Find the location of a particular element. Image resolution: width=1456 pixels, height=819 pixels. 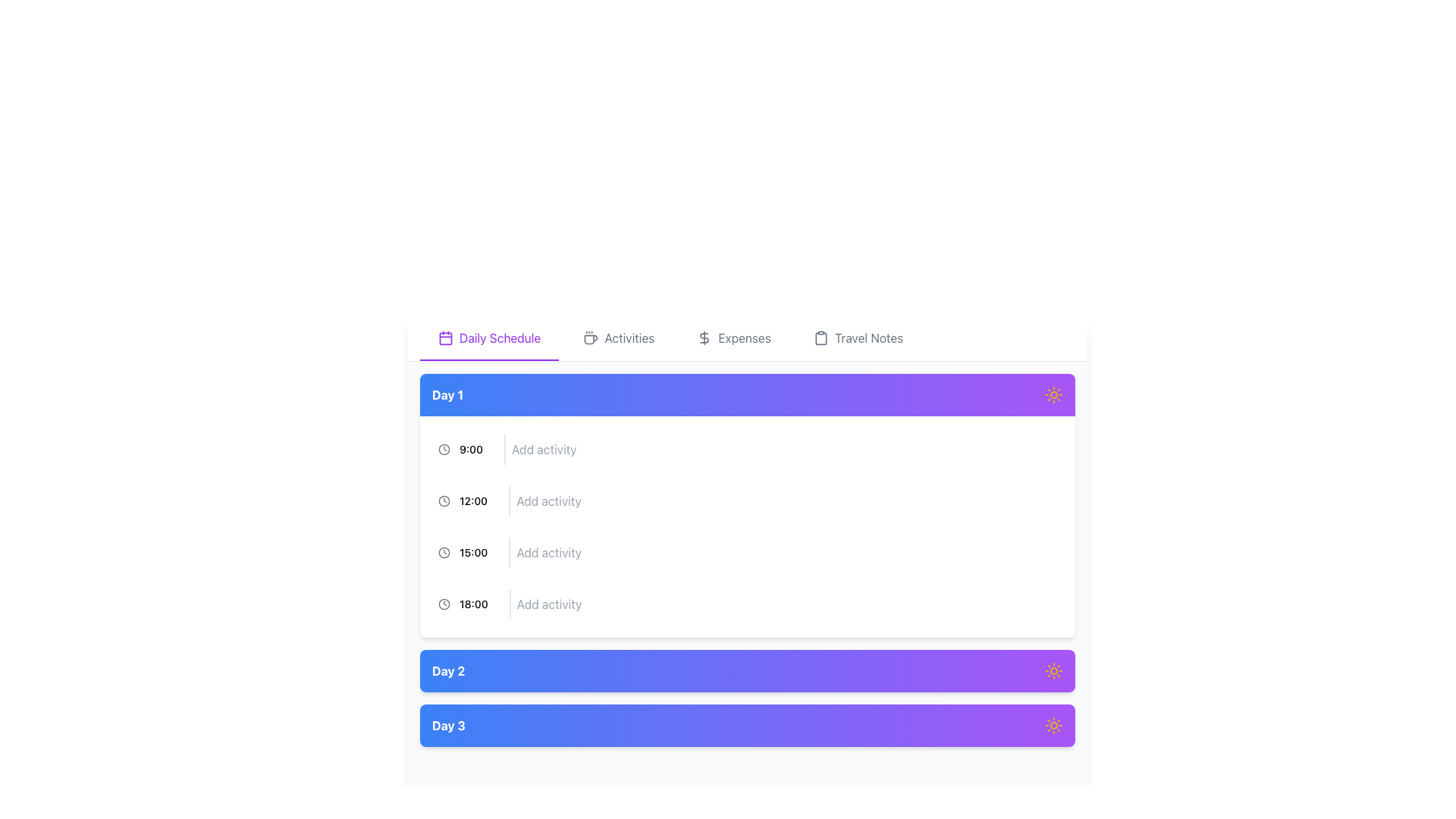

the clock icon located in the '15:00' row of the 'Day 1' section in the schedule planner interface is located at coordinates (443, 553).